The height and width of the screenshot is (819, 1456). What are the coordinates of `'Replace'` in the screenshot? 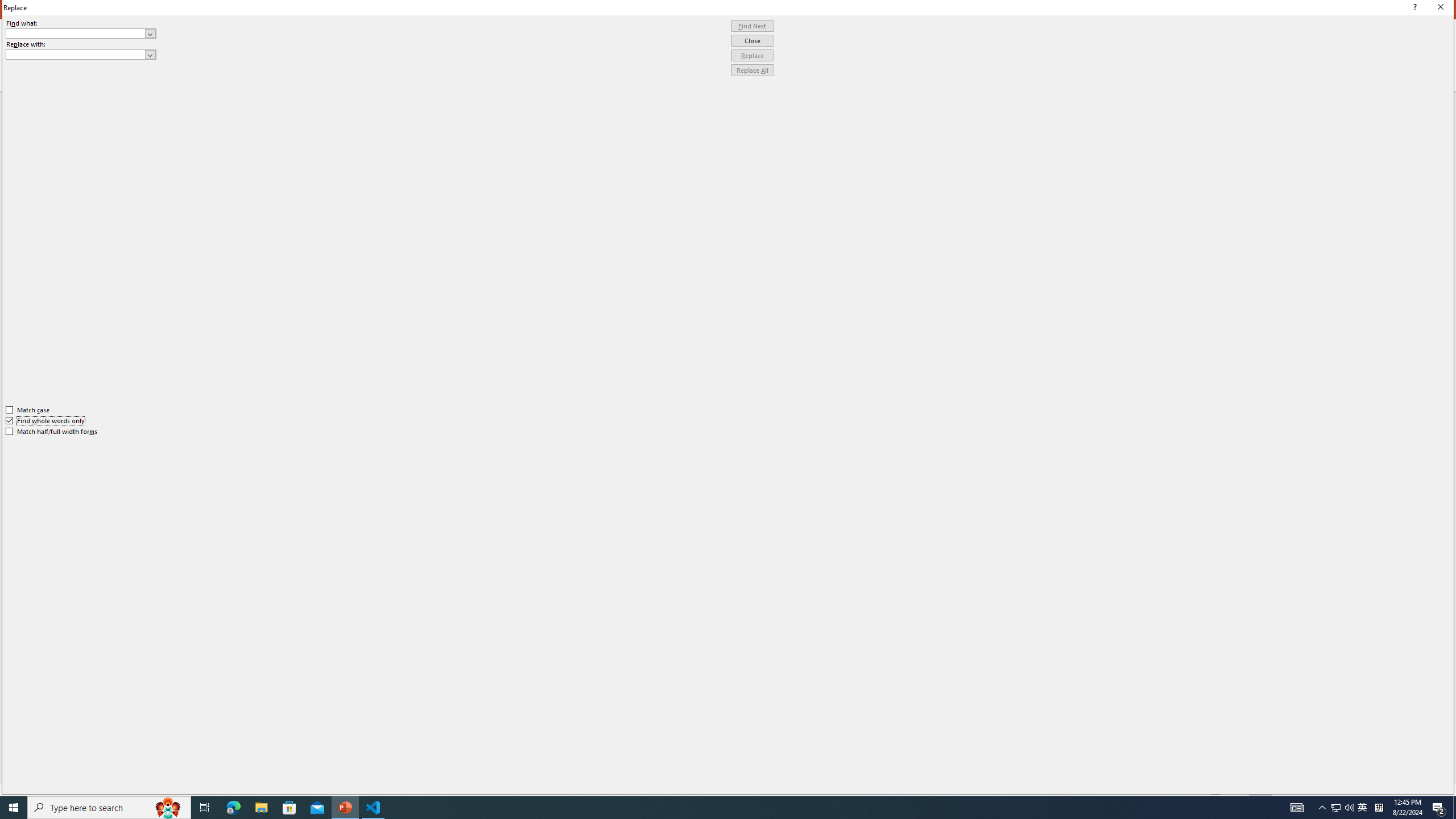 It's located at (752, 55).